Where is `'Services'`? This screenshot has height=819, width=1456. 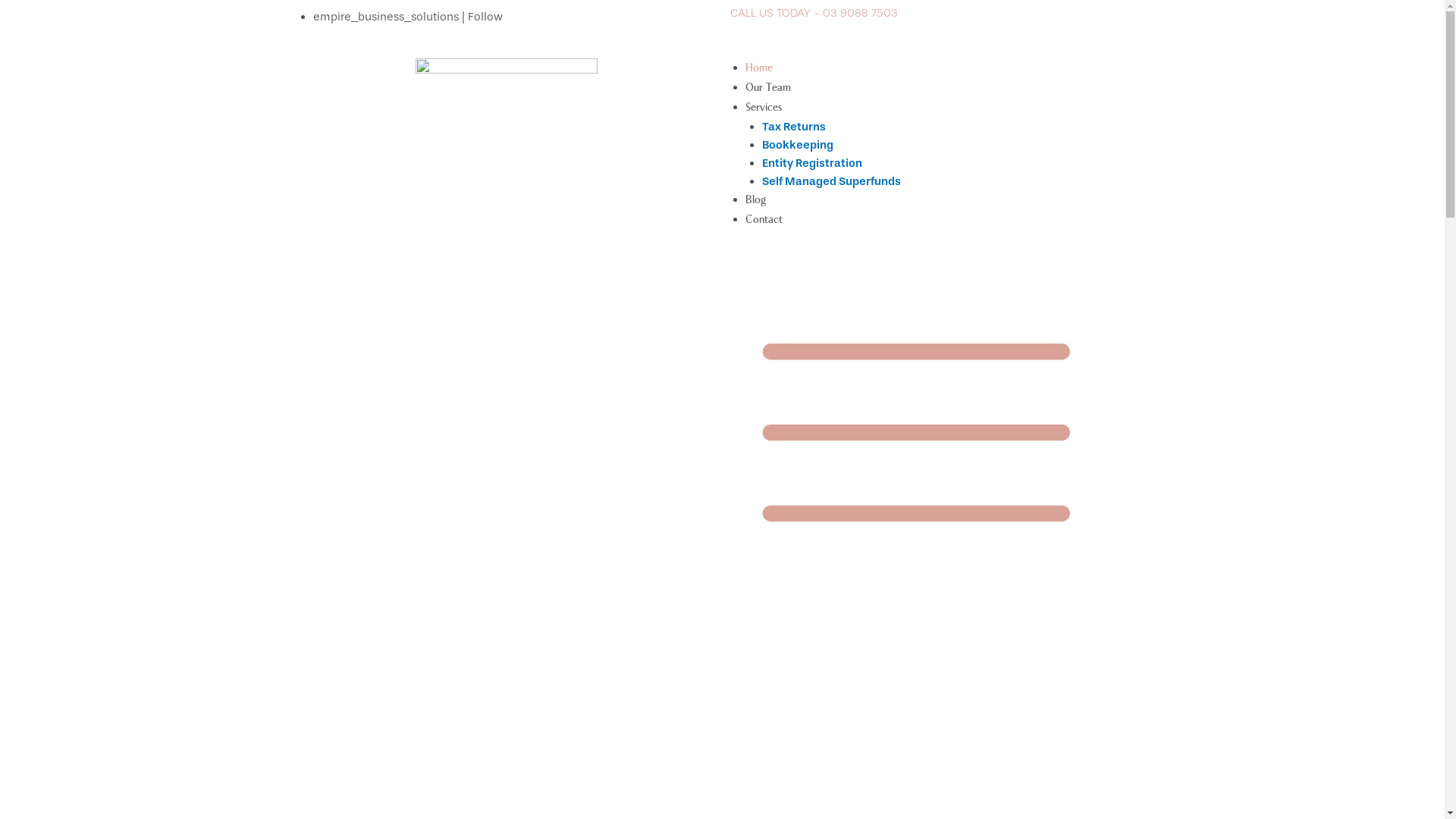 'Services' is located at coordinates (763, 106).